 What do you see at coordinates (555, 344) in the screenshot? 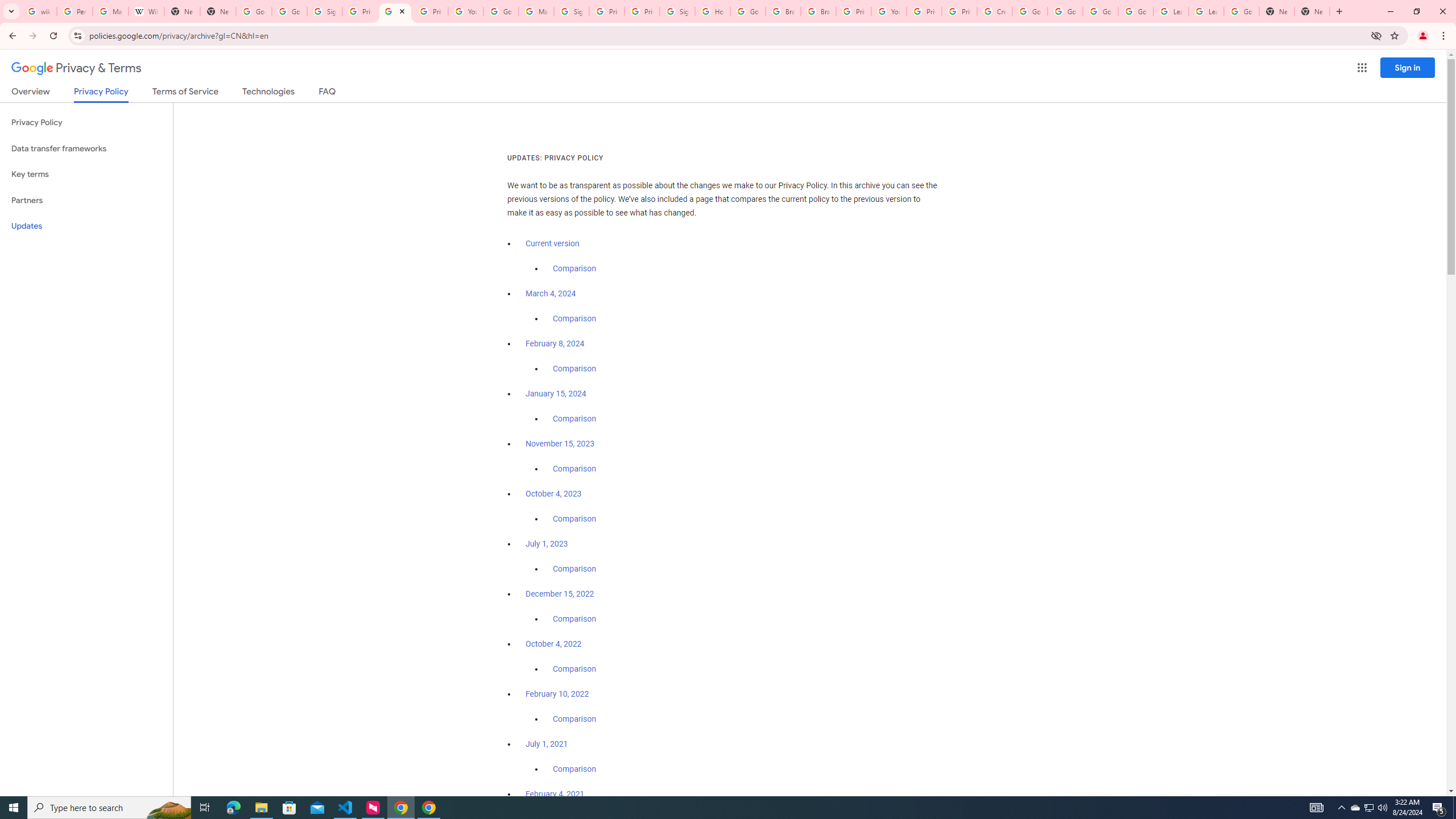
I see `'February 8, 2024'` at bounding box center [555, 344].